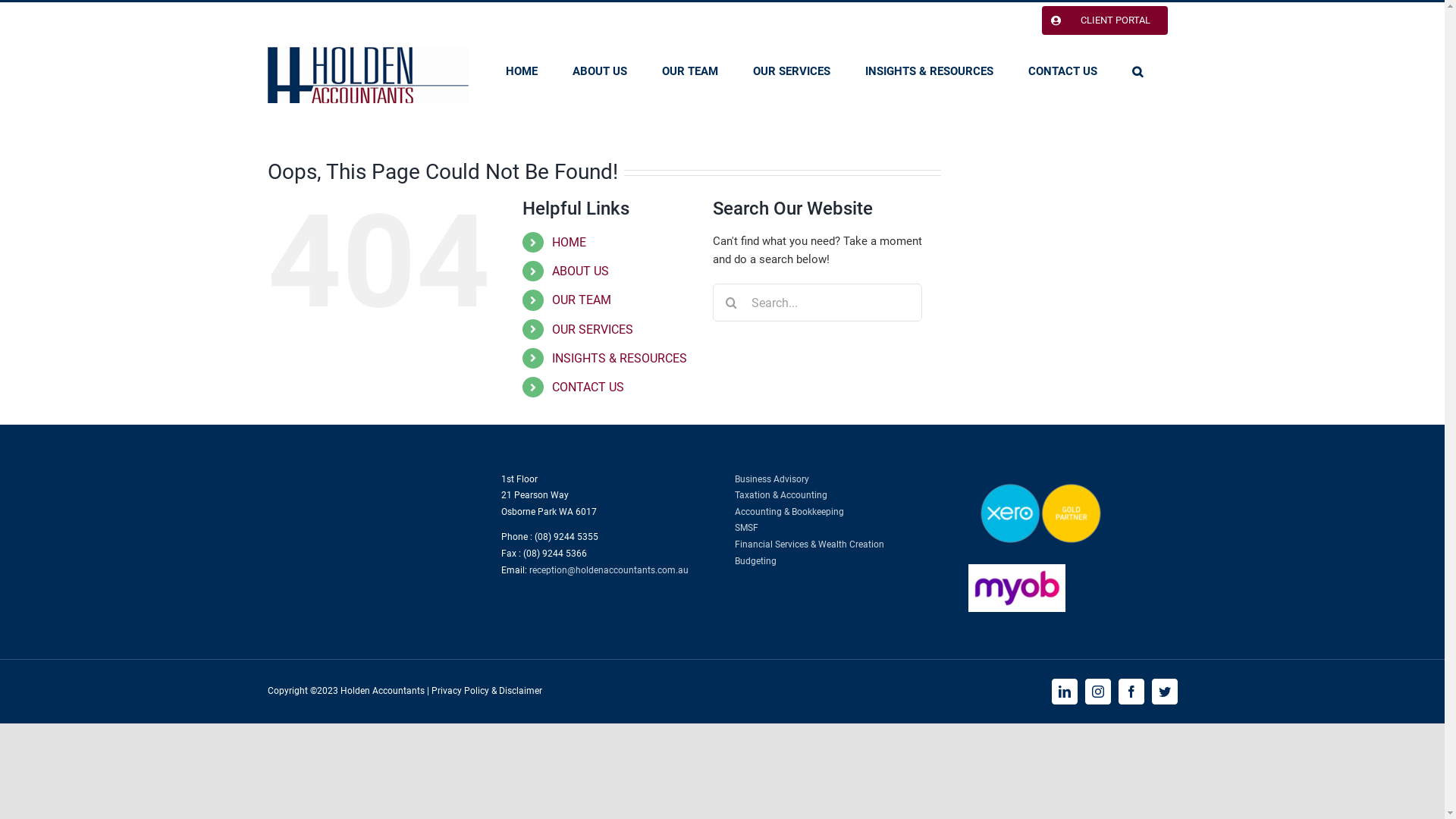  I want to click on 'OUR SERVICES', so click(591, 328).